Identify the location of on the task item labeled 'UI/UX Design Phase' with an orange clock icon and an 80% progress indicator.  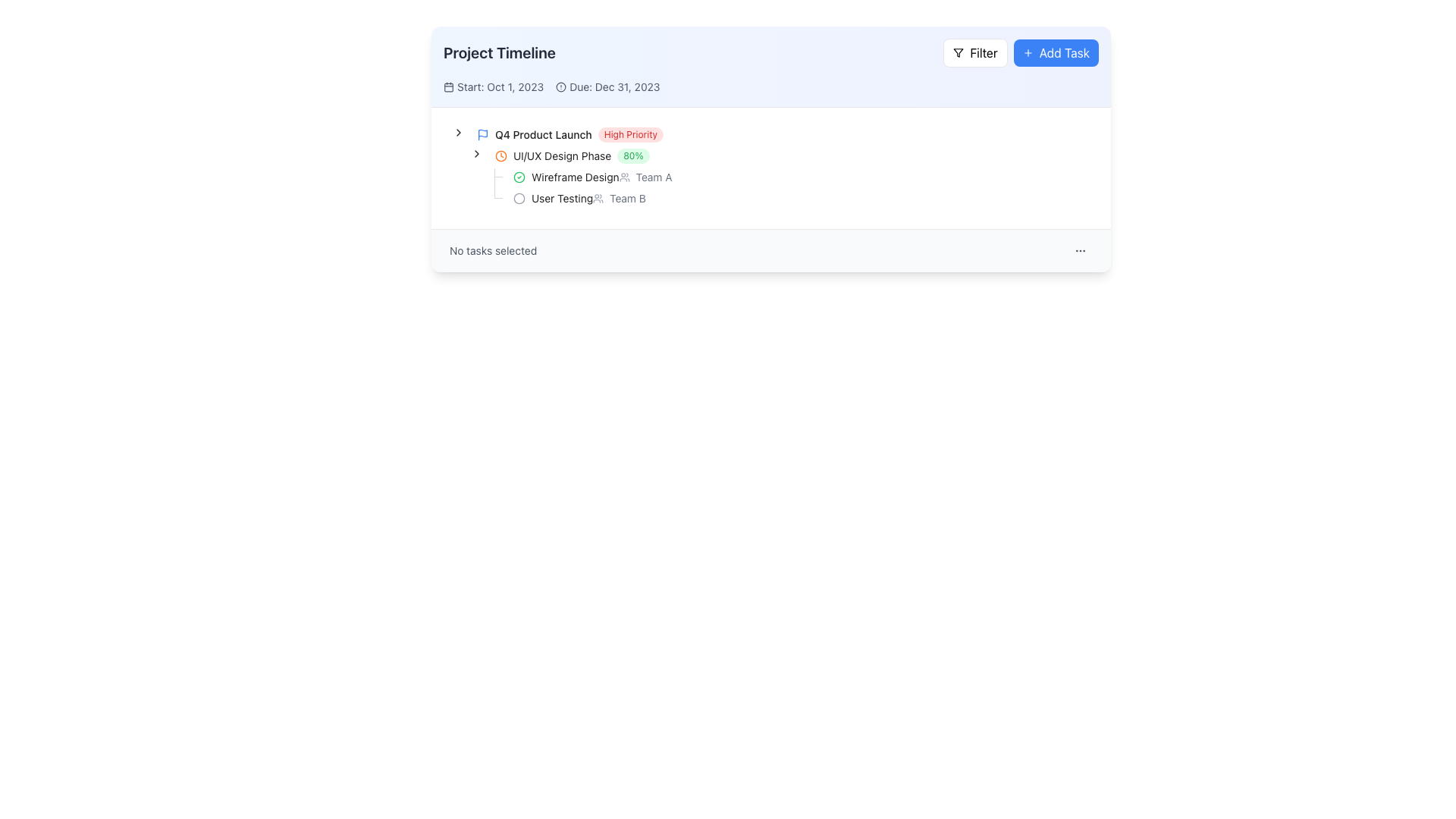
(571, 155).